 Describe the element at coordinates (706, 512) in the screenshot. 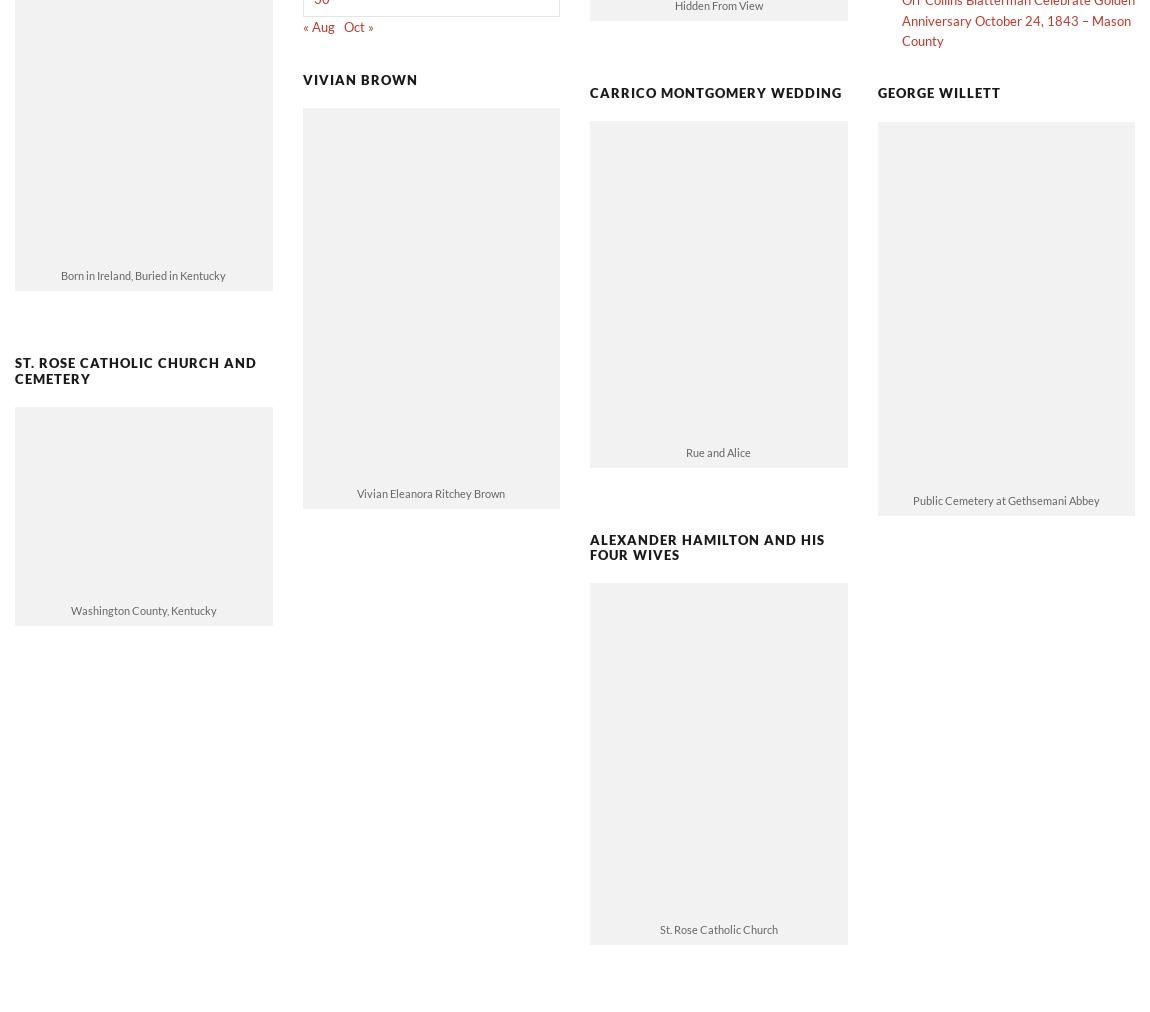

I see `'Alexander Hamilton and His Four Wives'` at that location.